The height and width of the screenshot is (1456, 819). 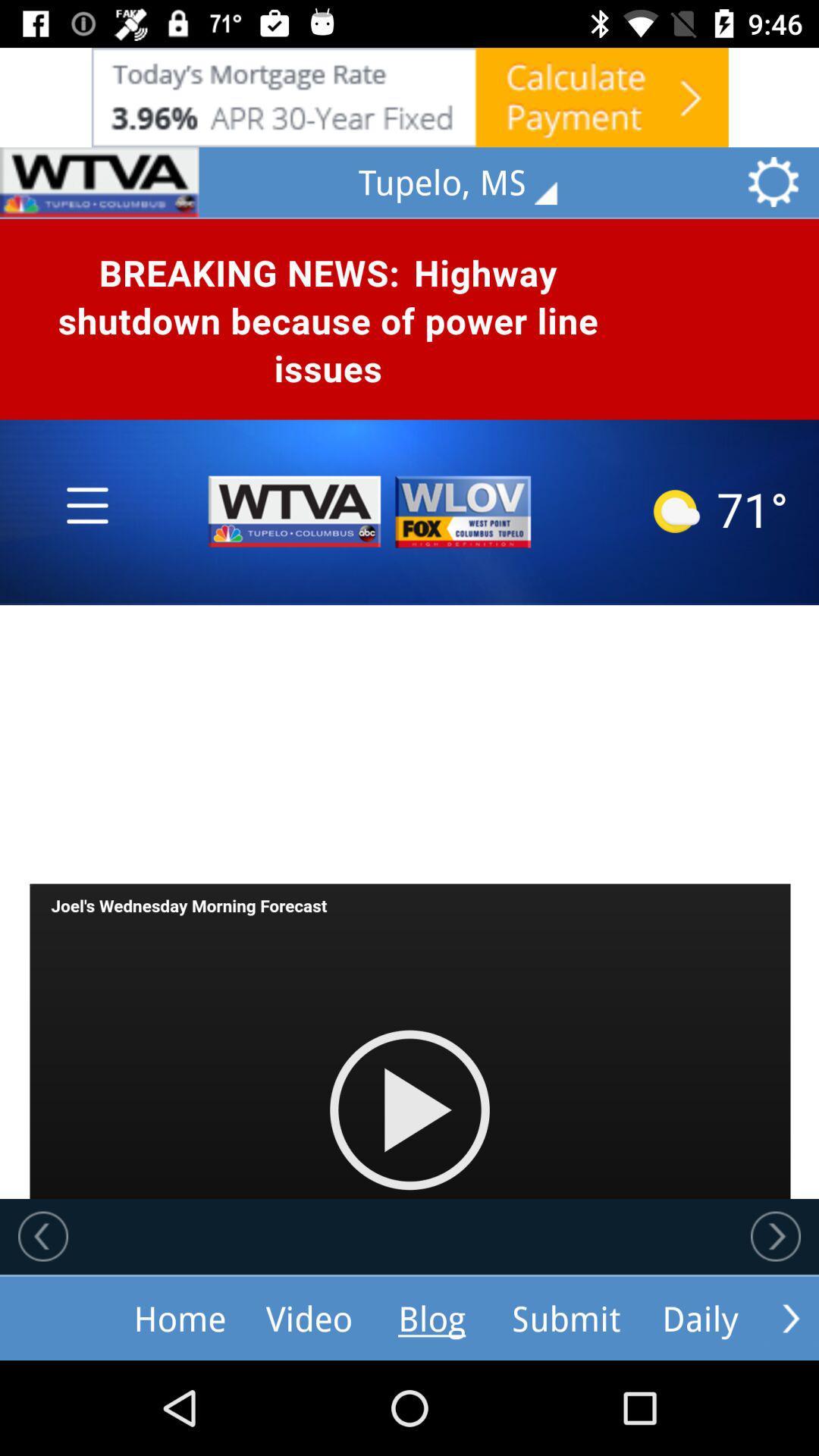 I want to click on go back, so click(x=42, y=1236).